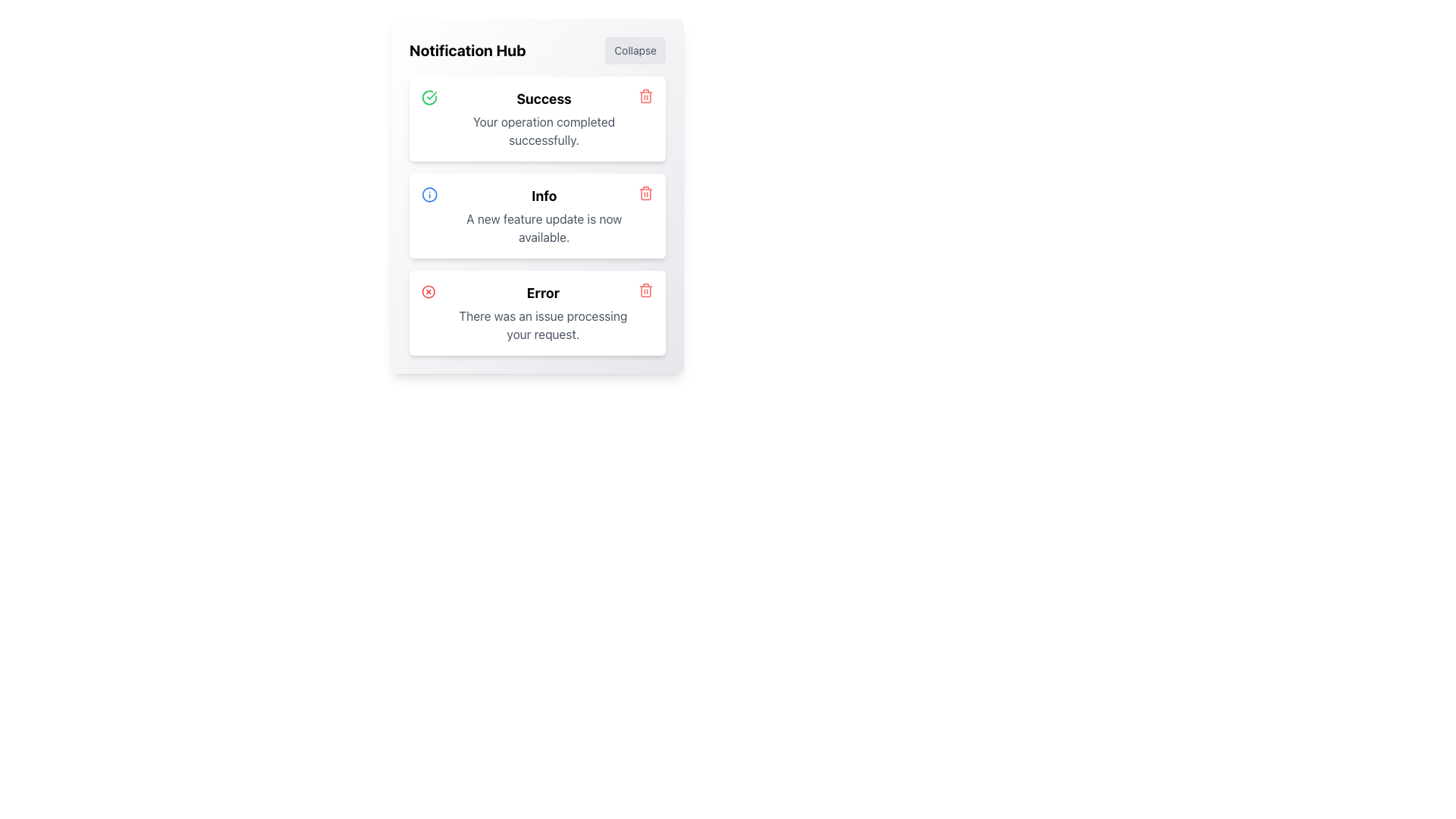 This screenshot has height=819, width=1456. I want to click on notification banner that displays an error message with bold black text saying 'Error' and smaller gray text stating 'There was an issue processing your request.' This notification is the third in a vertical sequence within the 'Notification Hub.', so click(543, 312).